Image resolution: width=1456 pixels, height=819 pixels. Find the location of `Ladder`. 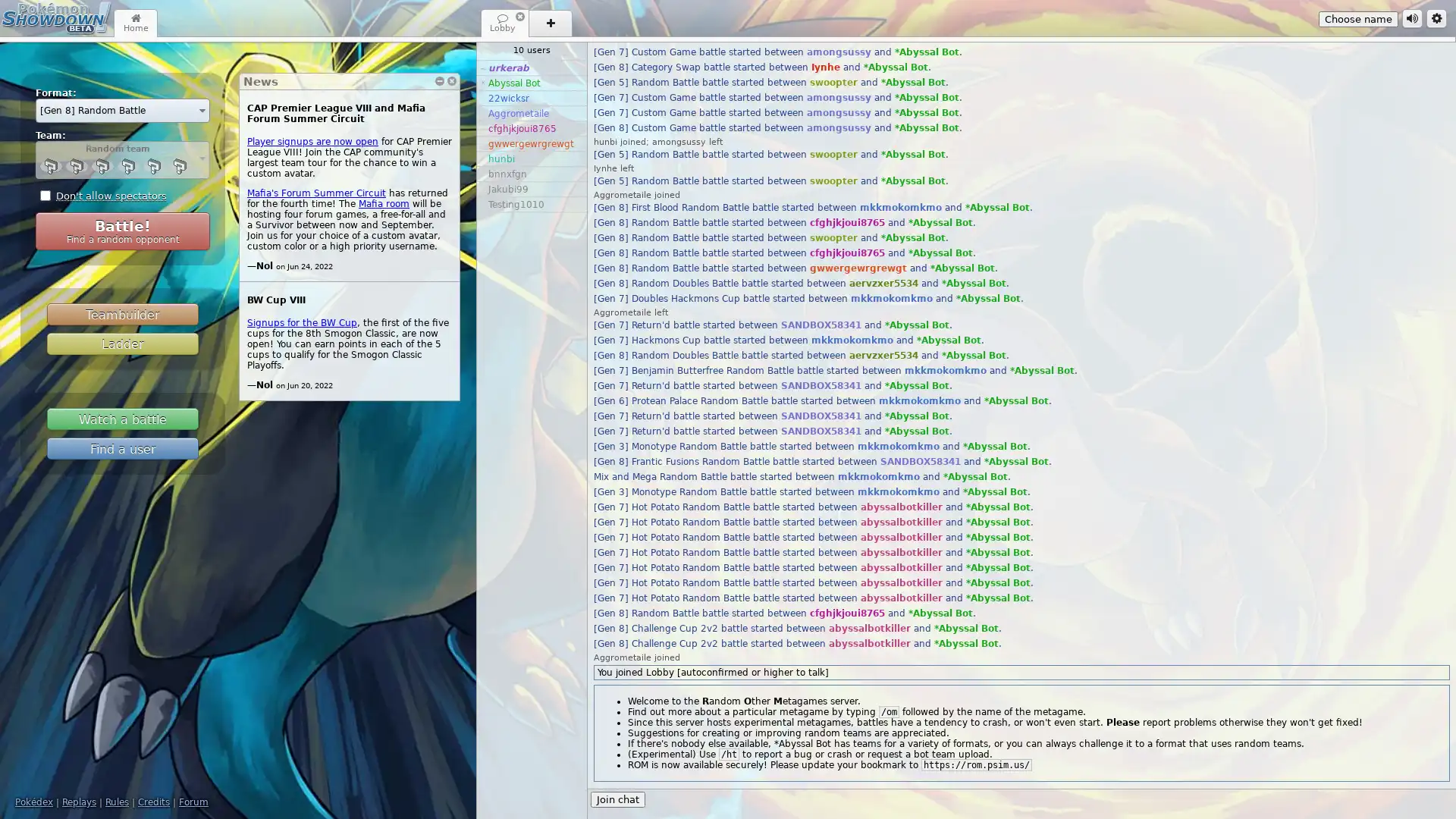

Ladder is located at coordinates (123, 344).